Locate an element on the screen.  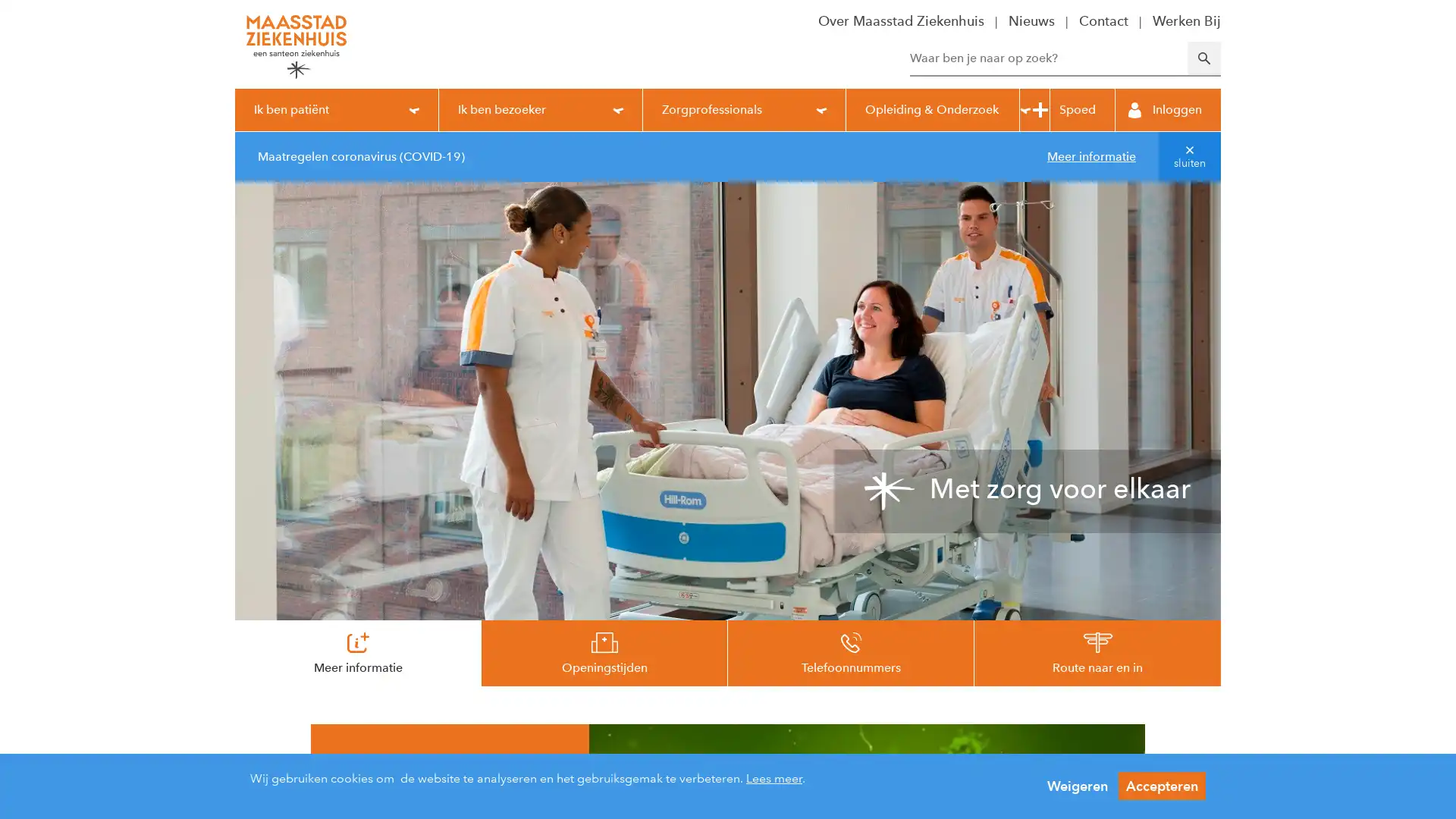
Zoeken is located at coordinates (1203, 58).